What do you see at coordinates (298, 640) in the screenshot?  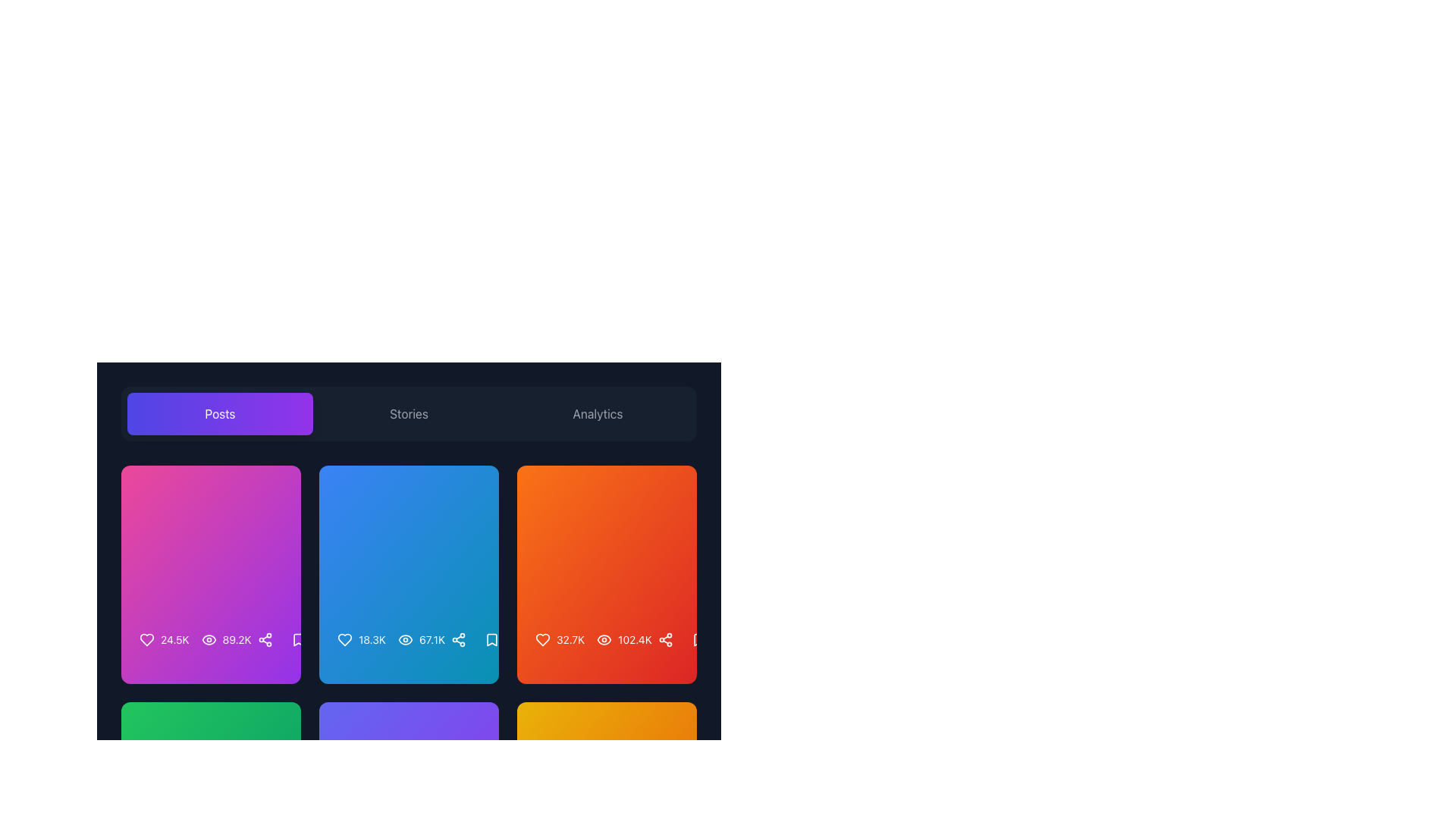 I see `the bookmark icon button located in the bottom-right corner of the first panel` at bounding box center [298, 640].